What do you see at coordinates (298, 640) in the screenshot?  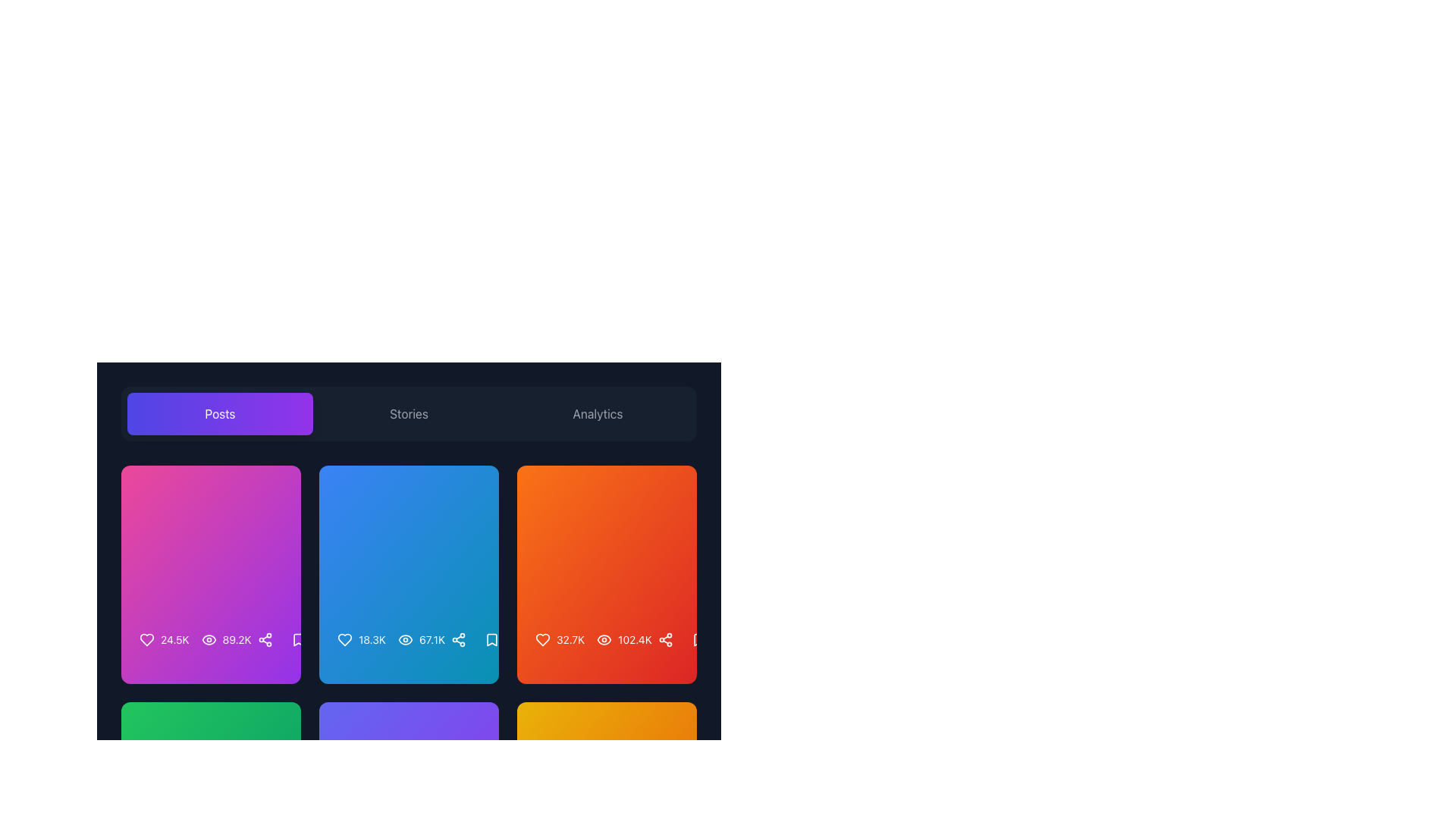 I see `the bookmark icon button located in the bottom-right corner of the first panel` at bounding box center [298, 640].